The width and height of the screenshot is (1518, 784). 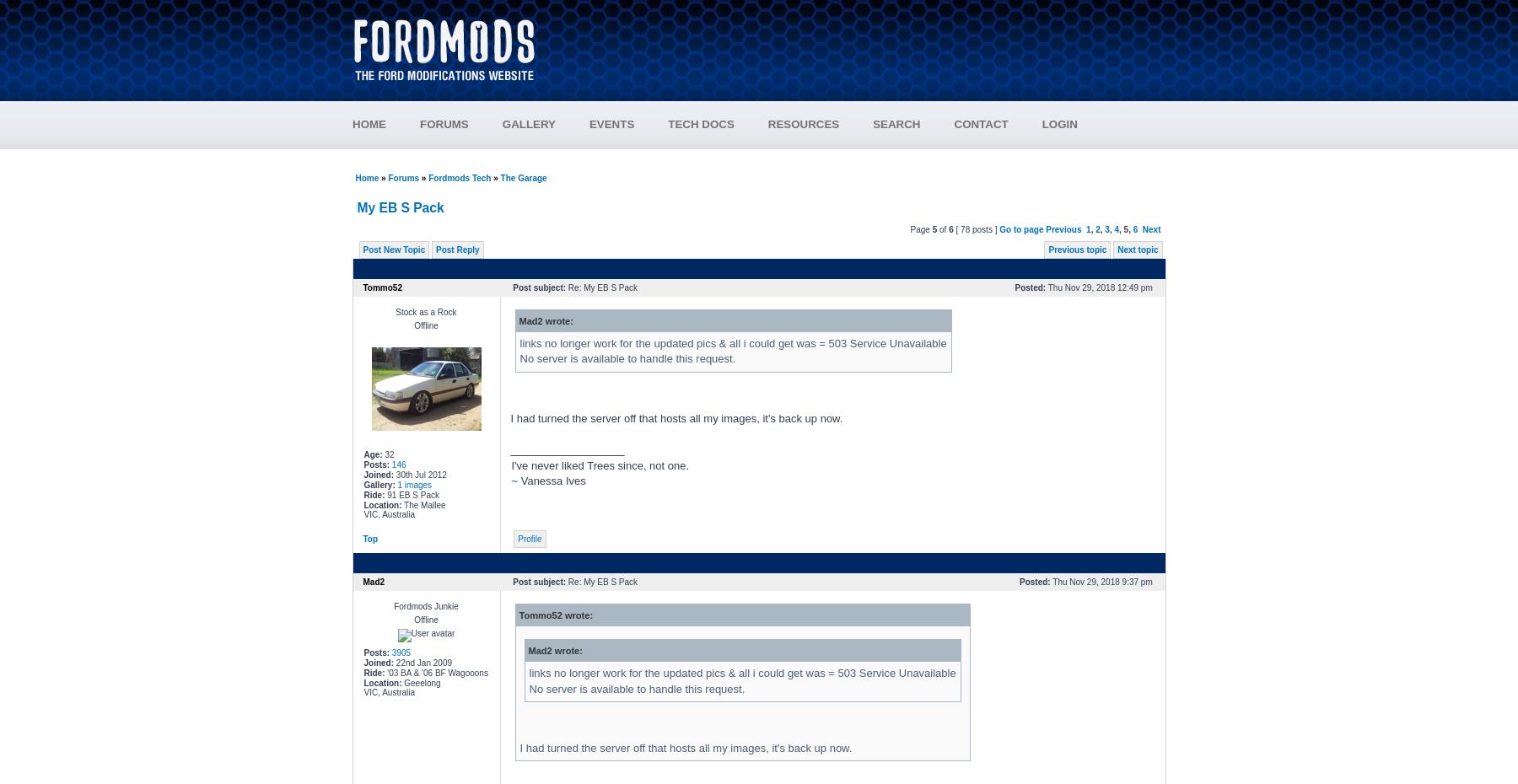 I want to click on '22nd Jan 2009', so click(x=422, y=662).